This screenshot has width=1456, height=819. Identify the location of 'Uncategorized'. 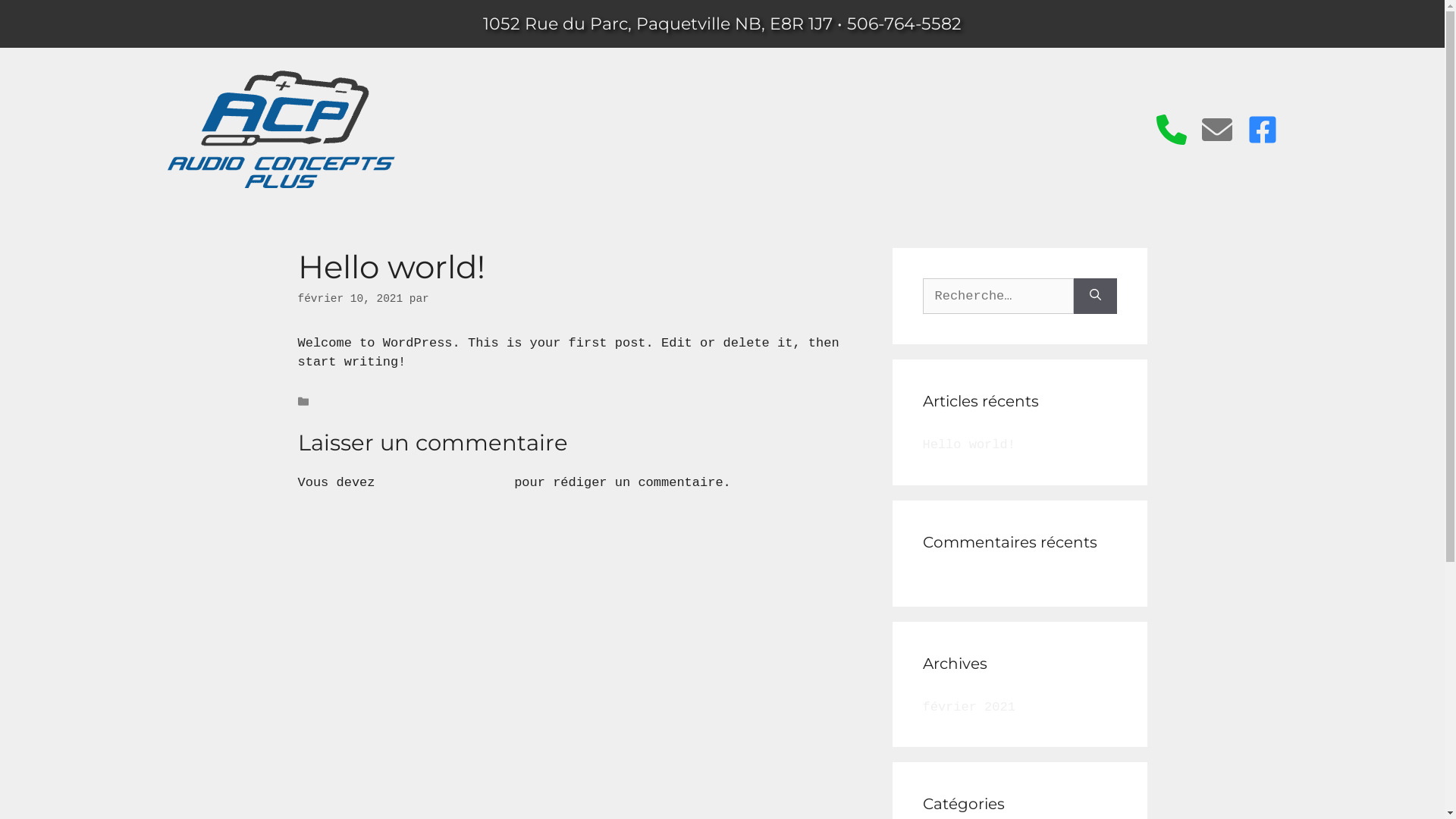
(315, 400).